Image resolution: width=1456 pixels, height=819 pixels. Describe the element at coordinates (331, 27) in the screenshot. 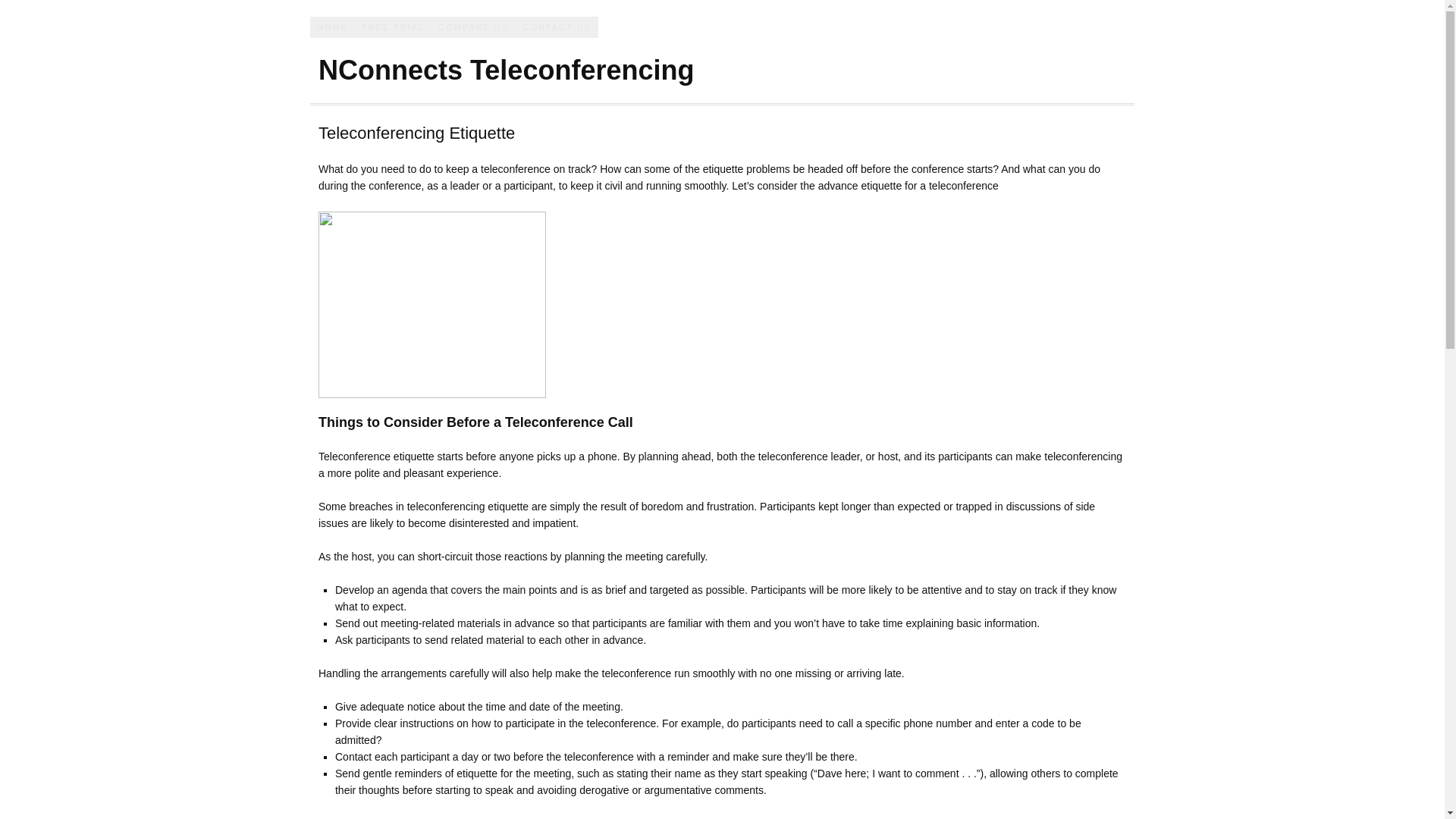

I see `'HOME'` at that location.